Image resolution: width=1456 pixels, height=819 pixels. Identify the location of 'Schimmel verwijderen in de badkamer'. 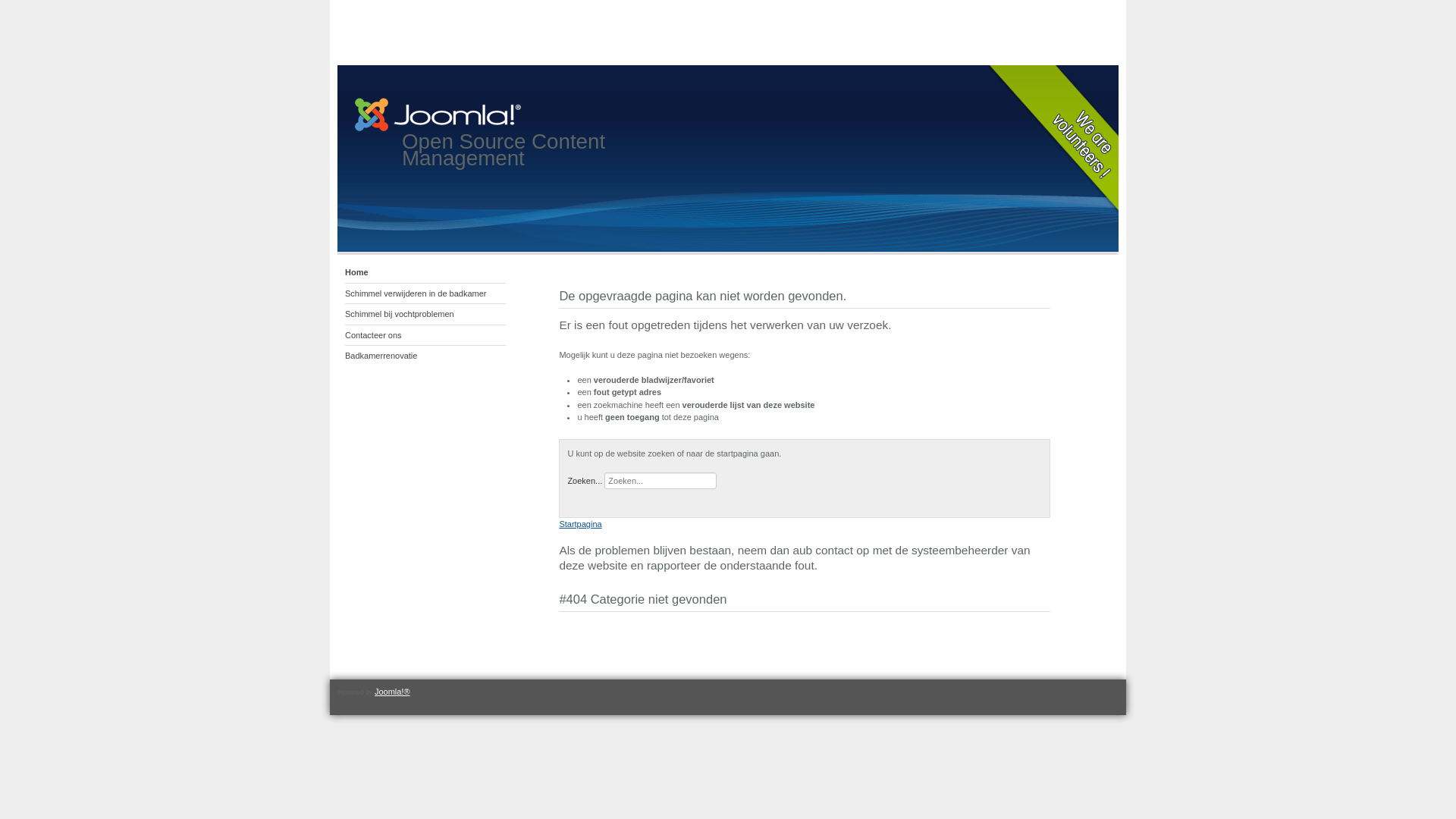
(425, 294).